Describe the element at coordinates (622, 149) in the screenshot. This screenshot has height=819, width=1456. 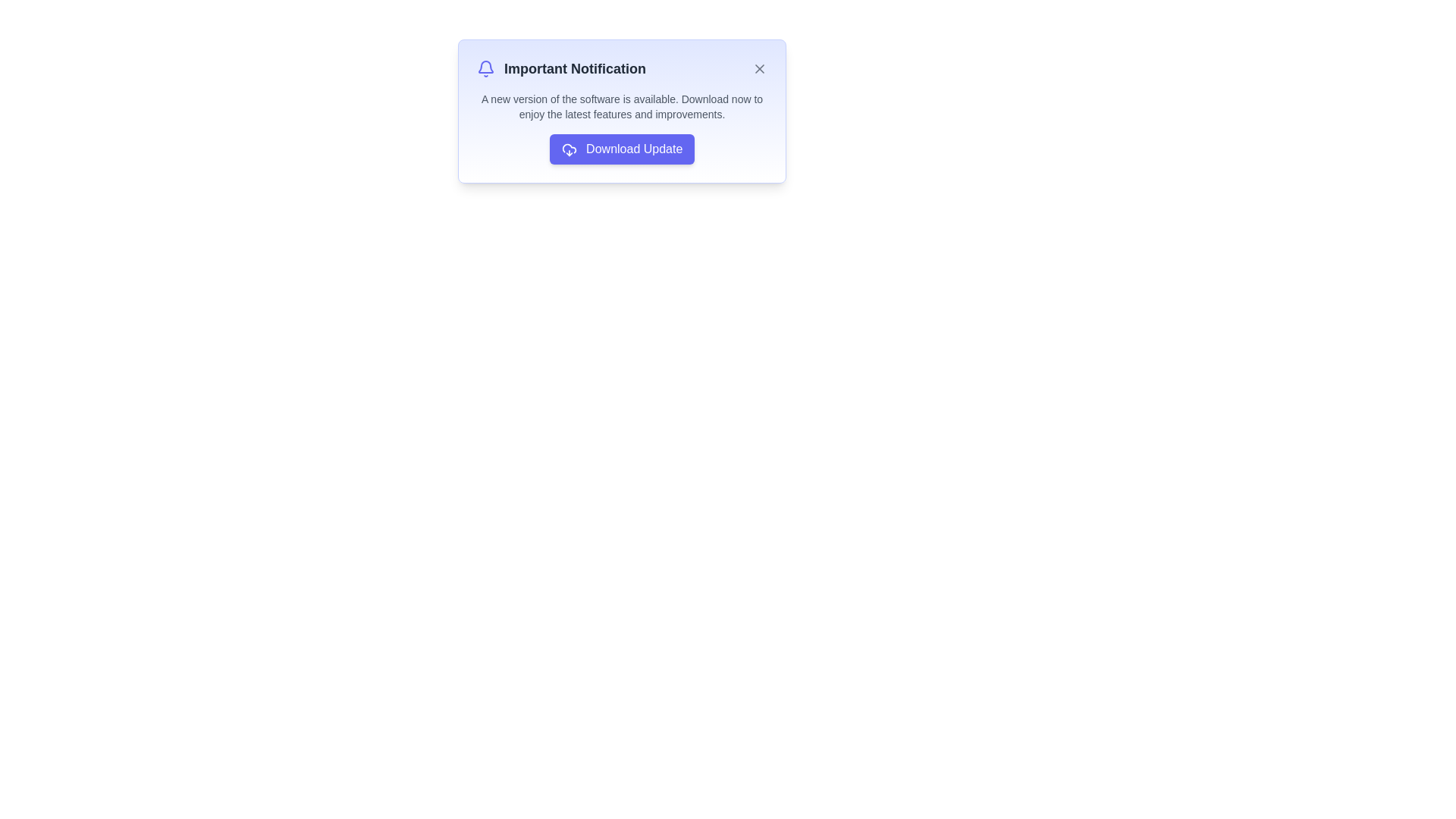
I see `the 'Download Update' button to initiate the download` at that location.